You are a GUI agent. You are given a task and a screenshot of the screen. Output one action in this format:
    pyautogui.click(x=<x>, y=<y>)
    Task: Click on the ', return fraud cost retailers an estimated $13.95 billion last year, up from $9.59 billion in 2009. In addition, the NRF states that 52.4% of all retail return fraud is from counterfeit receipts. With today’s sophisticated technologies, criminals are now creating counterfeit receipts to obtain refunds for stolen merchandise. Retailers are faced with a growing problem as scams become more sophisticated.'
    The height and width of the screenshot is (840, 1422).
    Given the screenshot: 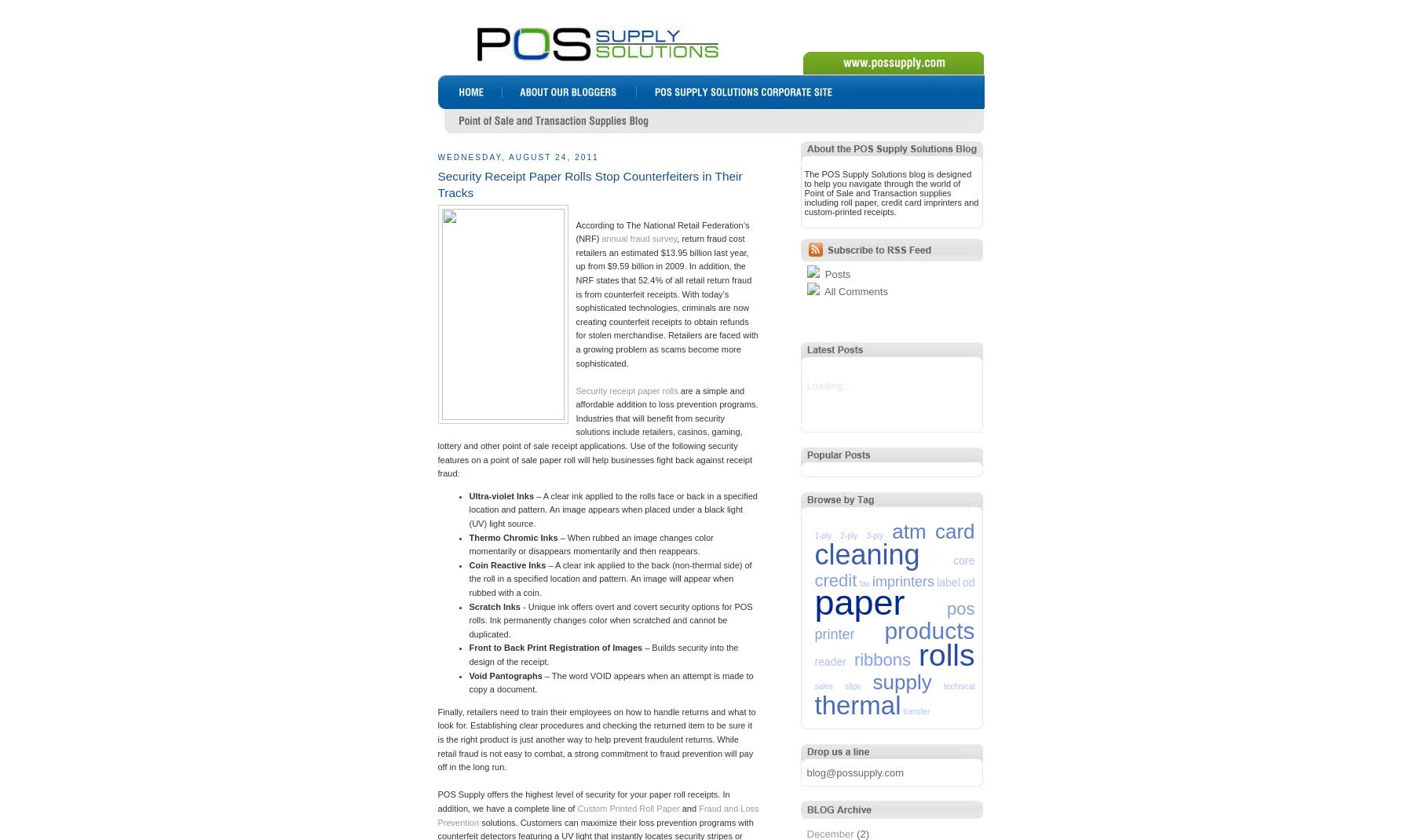 What is the action you would take?
    pyautogui.click(x=666, y=299)
    